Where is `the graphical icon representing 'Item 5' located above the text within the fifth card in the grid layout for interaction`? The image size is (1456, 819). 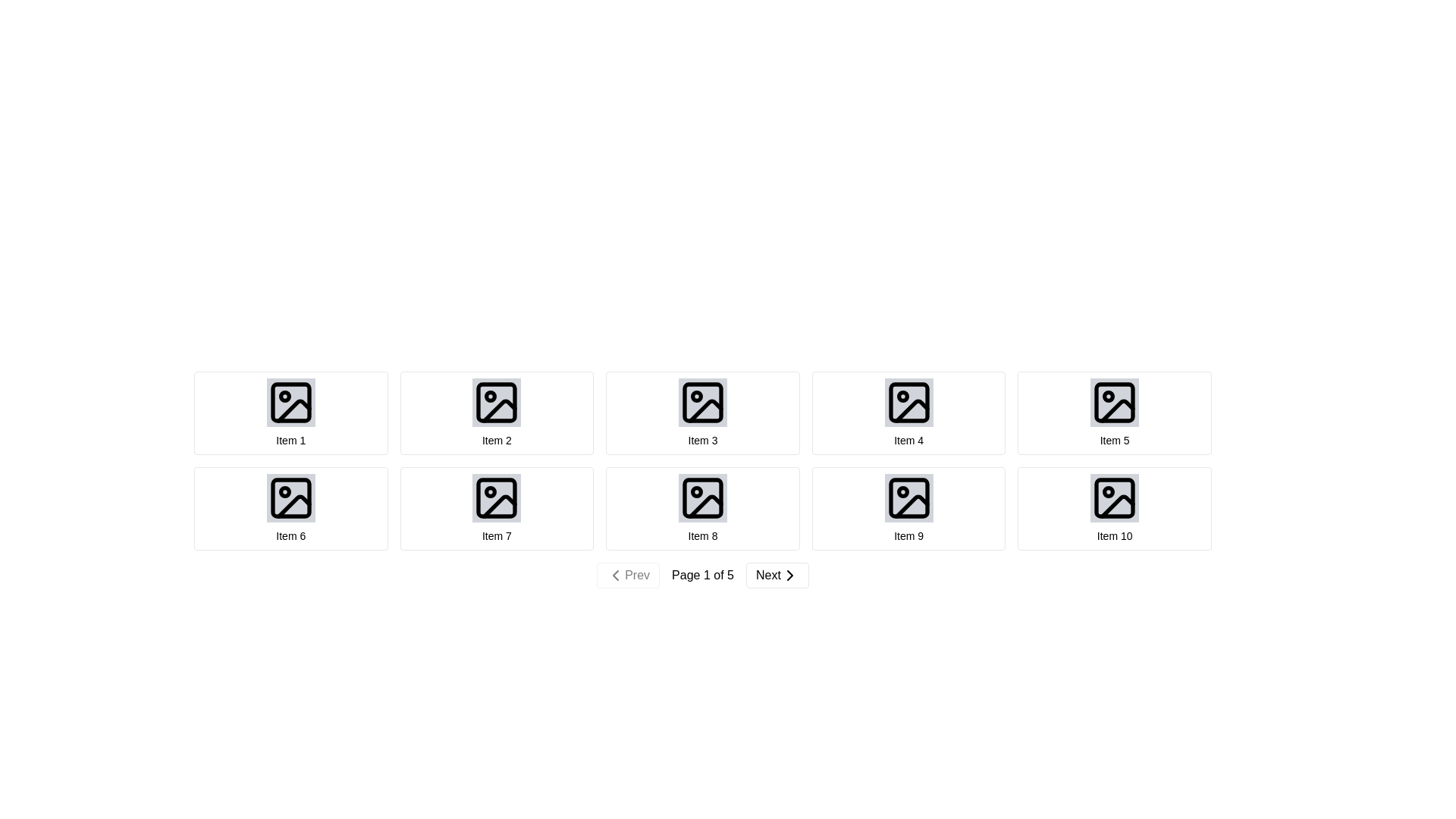
the graphical icon representing 'Item 5' located above the text within the fifth card in the grid layout for interaction is located at coordinates (1115, 402).